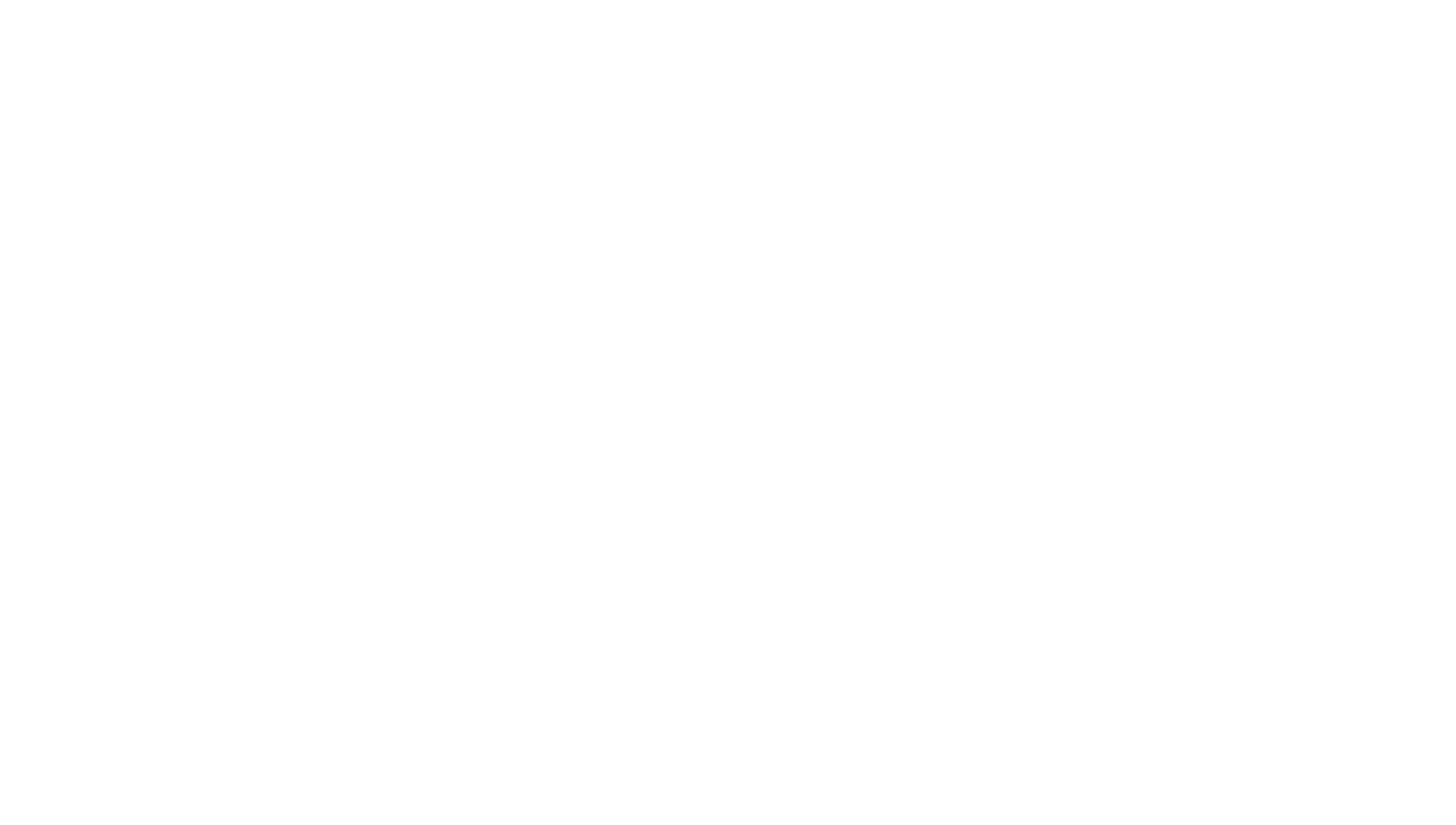  Describe the element at coordinates (671, 514) in the screenshot. I see `'JBL Professional has unveiled its new JBL IRX ONE All-in-One Column PA, intended for small performances, presentations, busking and the like.'` at that location.